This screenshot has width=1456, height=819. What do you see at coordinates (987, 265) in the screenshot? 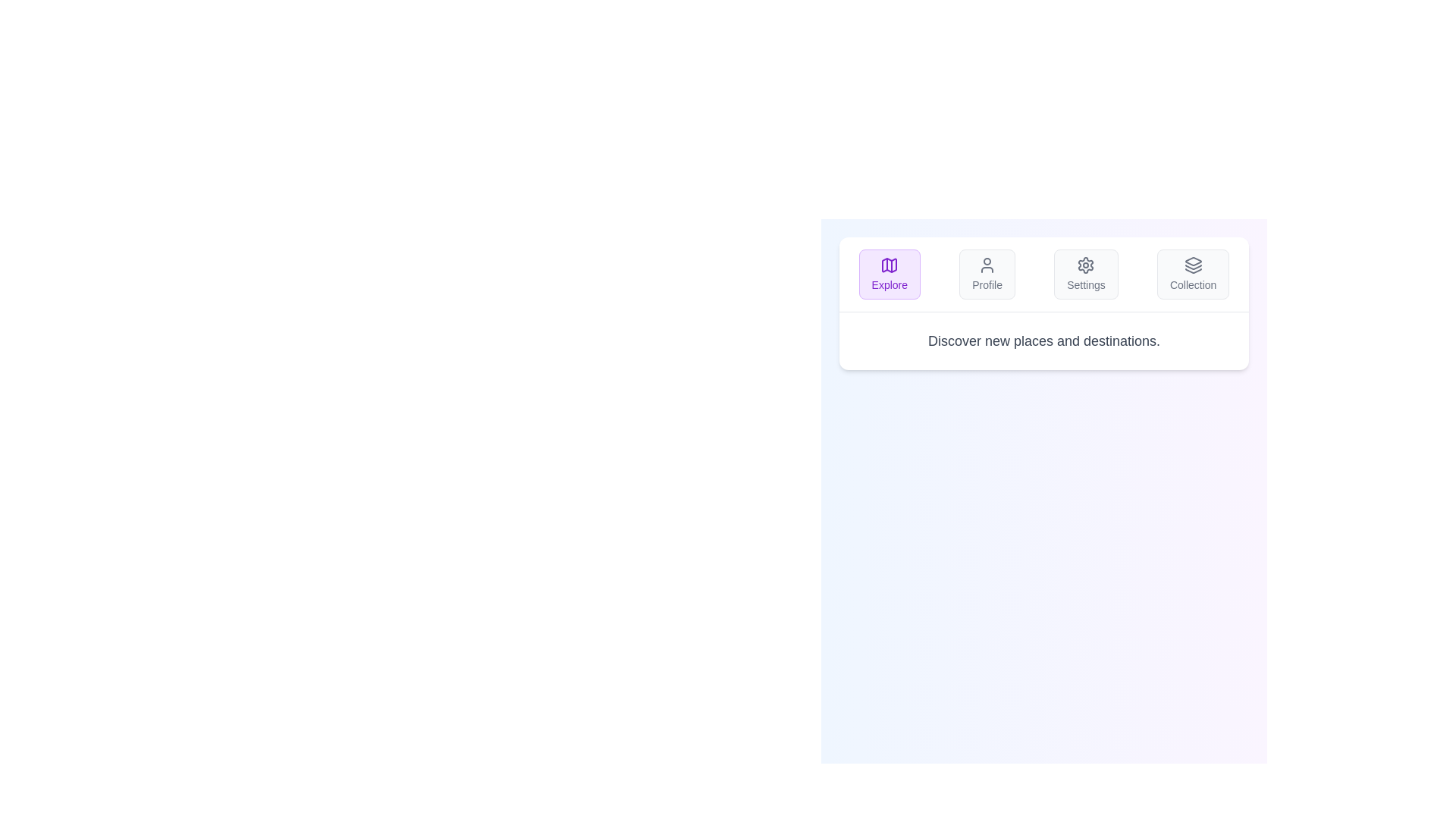
I see `the profile icon, which is a simplified user figure with a gray outline located above the 'Profile' text in the navigation bar` at bounding box center [987, 265].